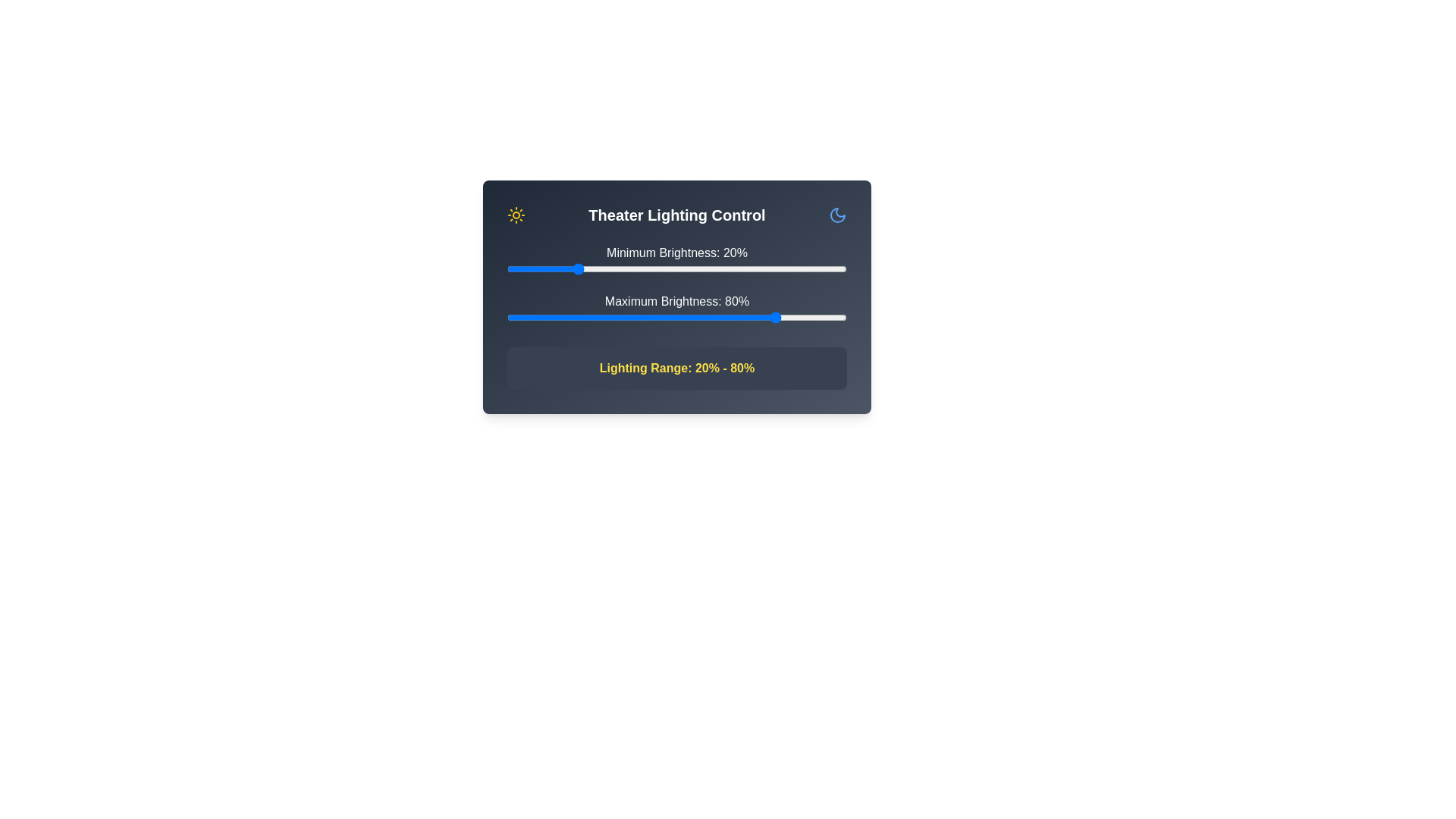  I want to click on the minimum brightness to 6% by interacting with the slider, so click(527, 268).